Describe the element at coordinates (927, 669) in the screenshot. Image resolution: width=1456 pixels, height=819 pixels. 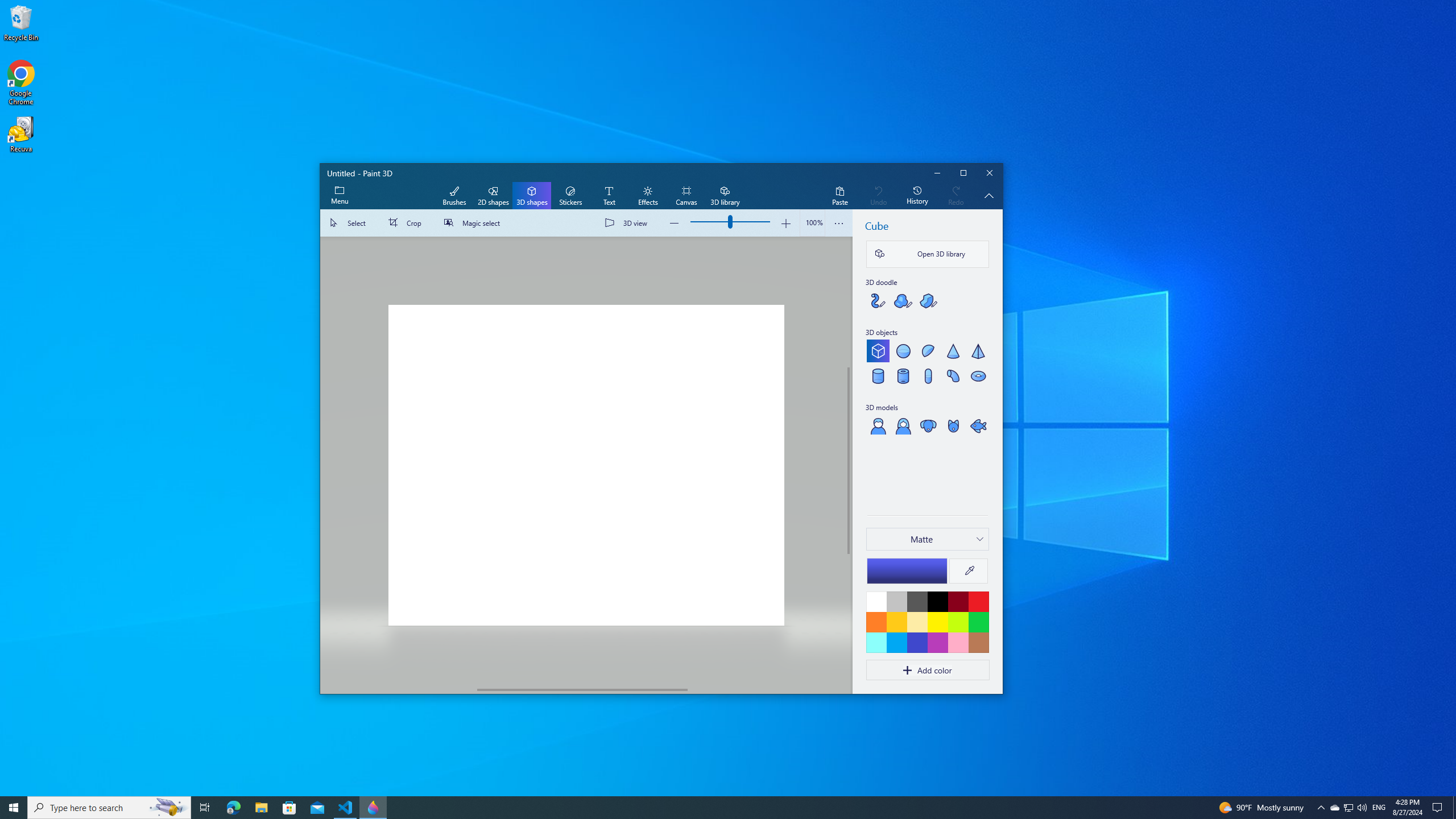
I see `'Add color'` at that location.